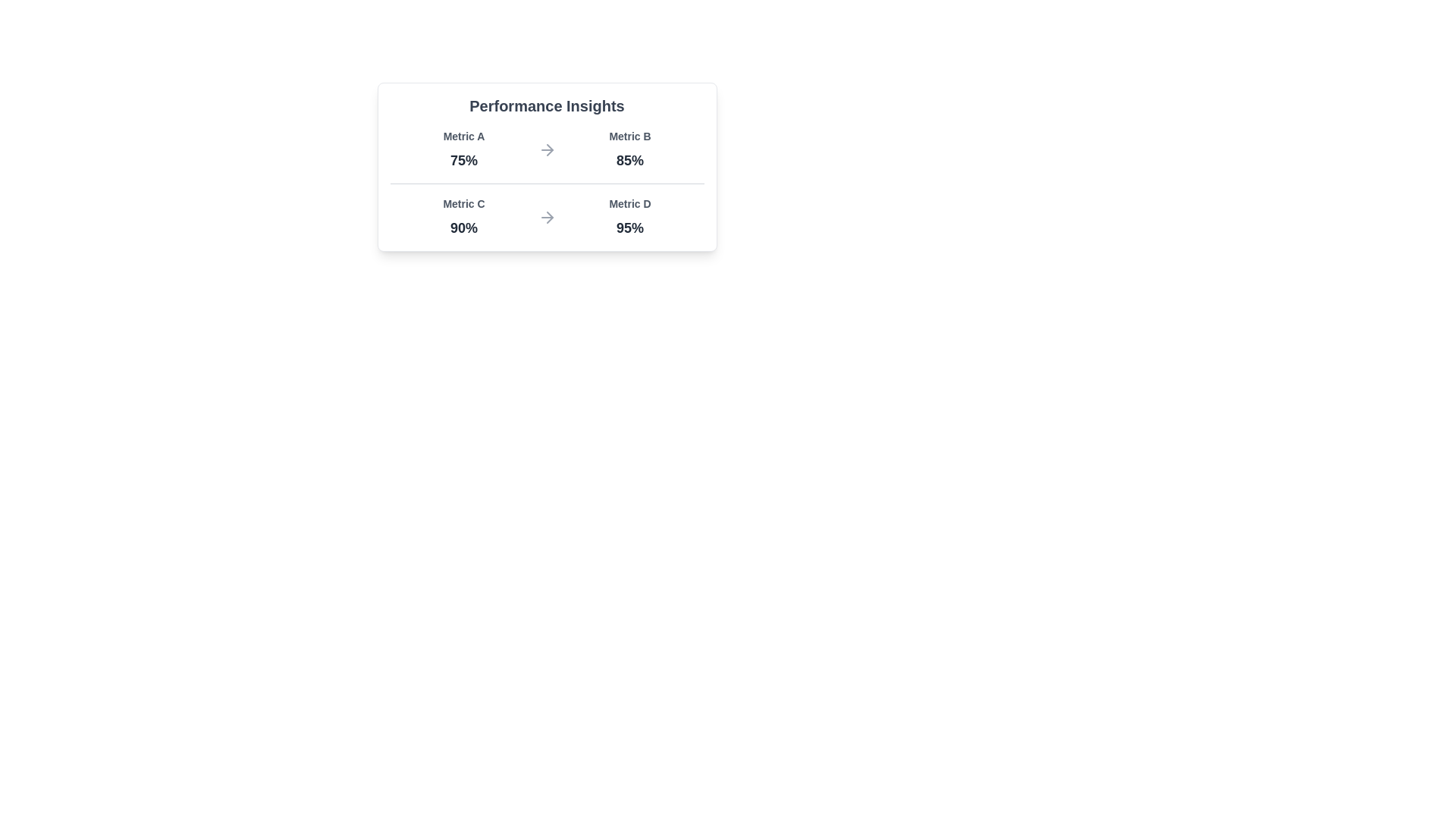  Describe the element at coordinates (629, 217) in the screenshot. I see `the Text display showing 'Metric D' and '95%' for additional interaction` at that location.